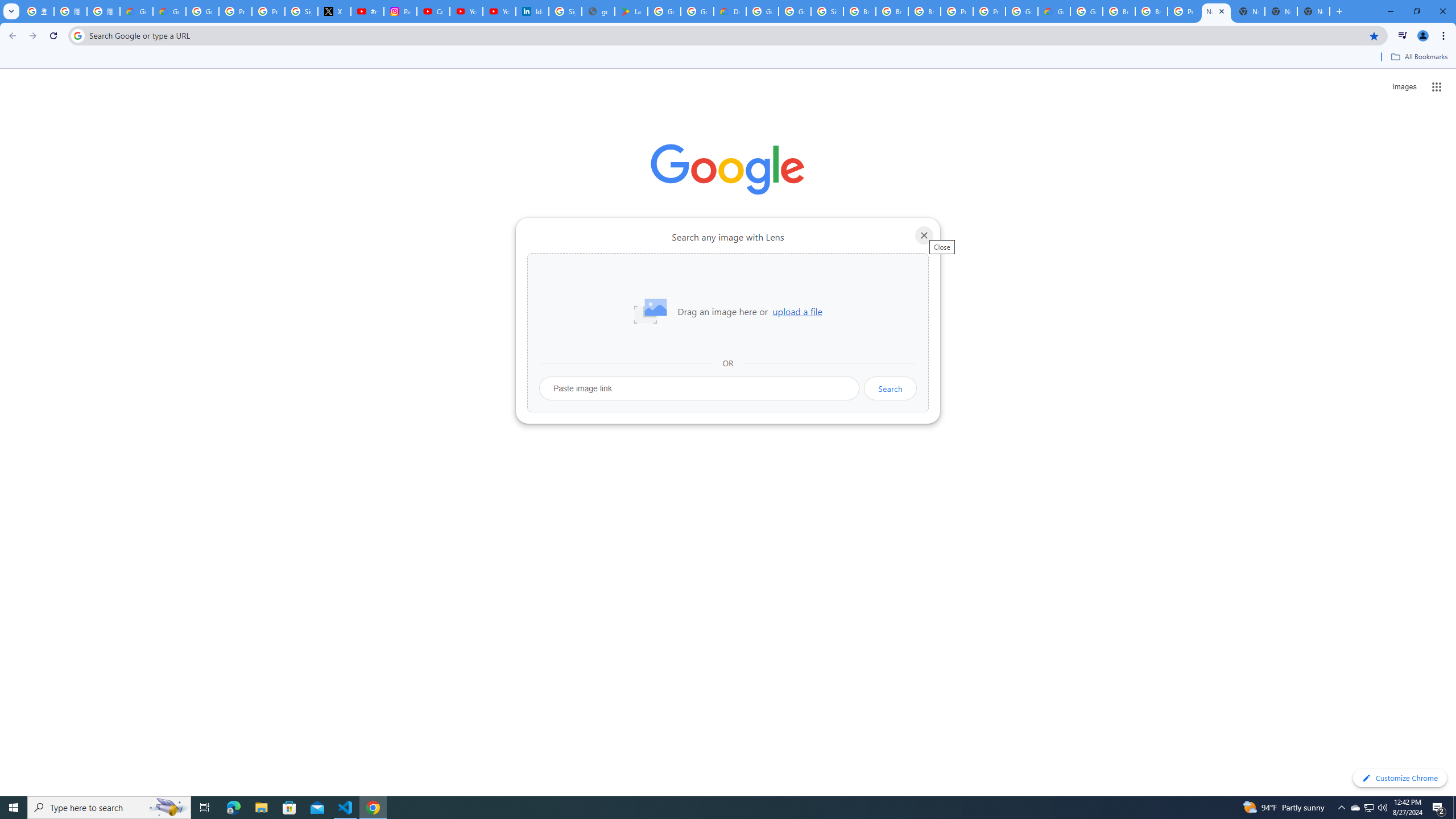 The image size is (1456, 819). What do you see at coordinates (1444, 35) in the screenshot?
I see `'Chrome'` at bounding box center [1444, 35].